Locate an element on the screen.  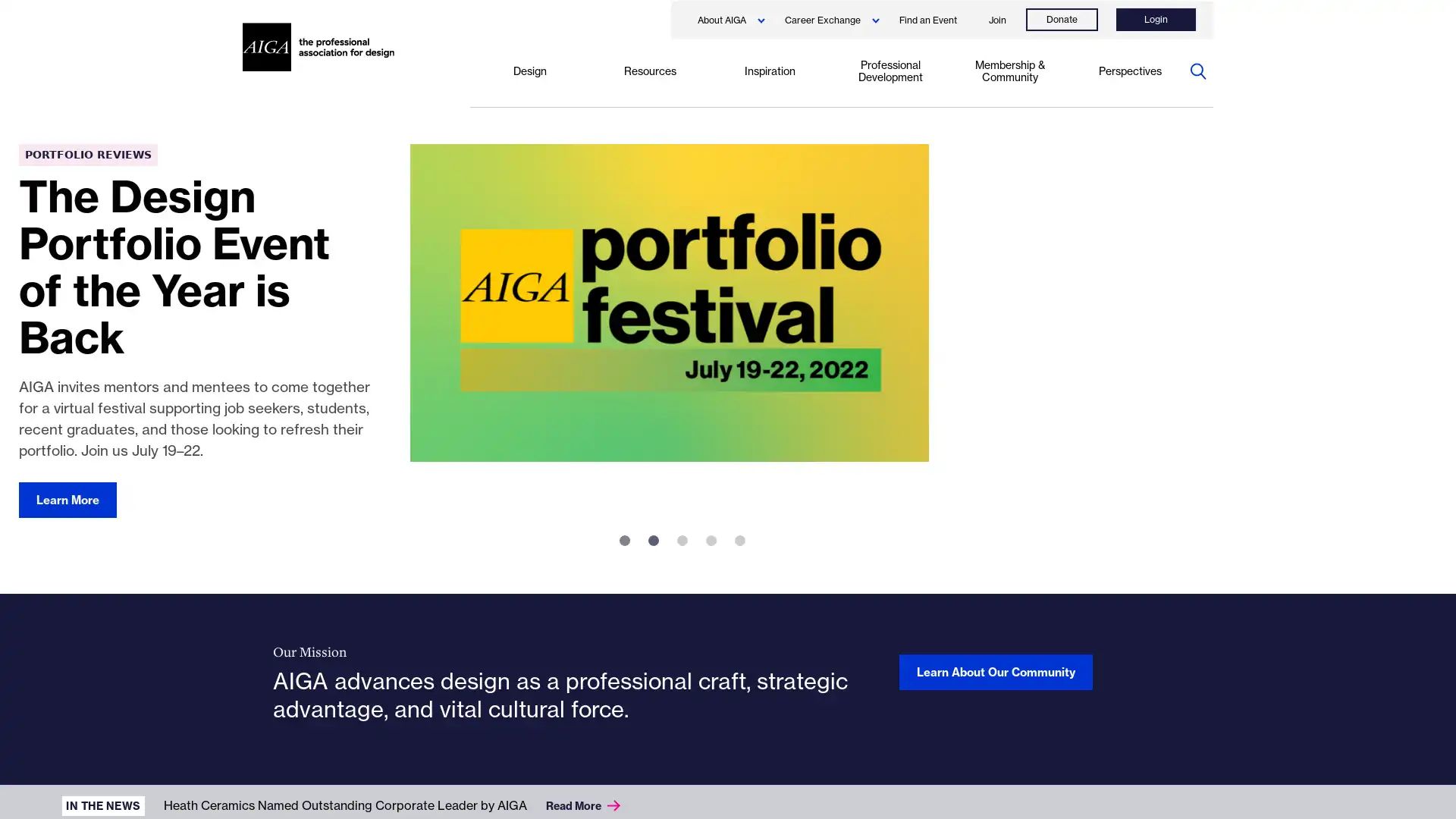
3 of 5 is located at coordinates (682, 540).